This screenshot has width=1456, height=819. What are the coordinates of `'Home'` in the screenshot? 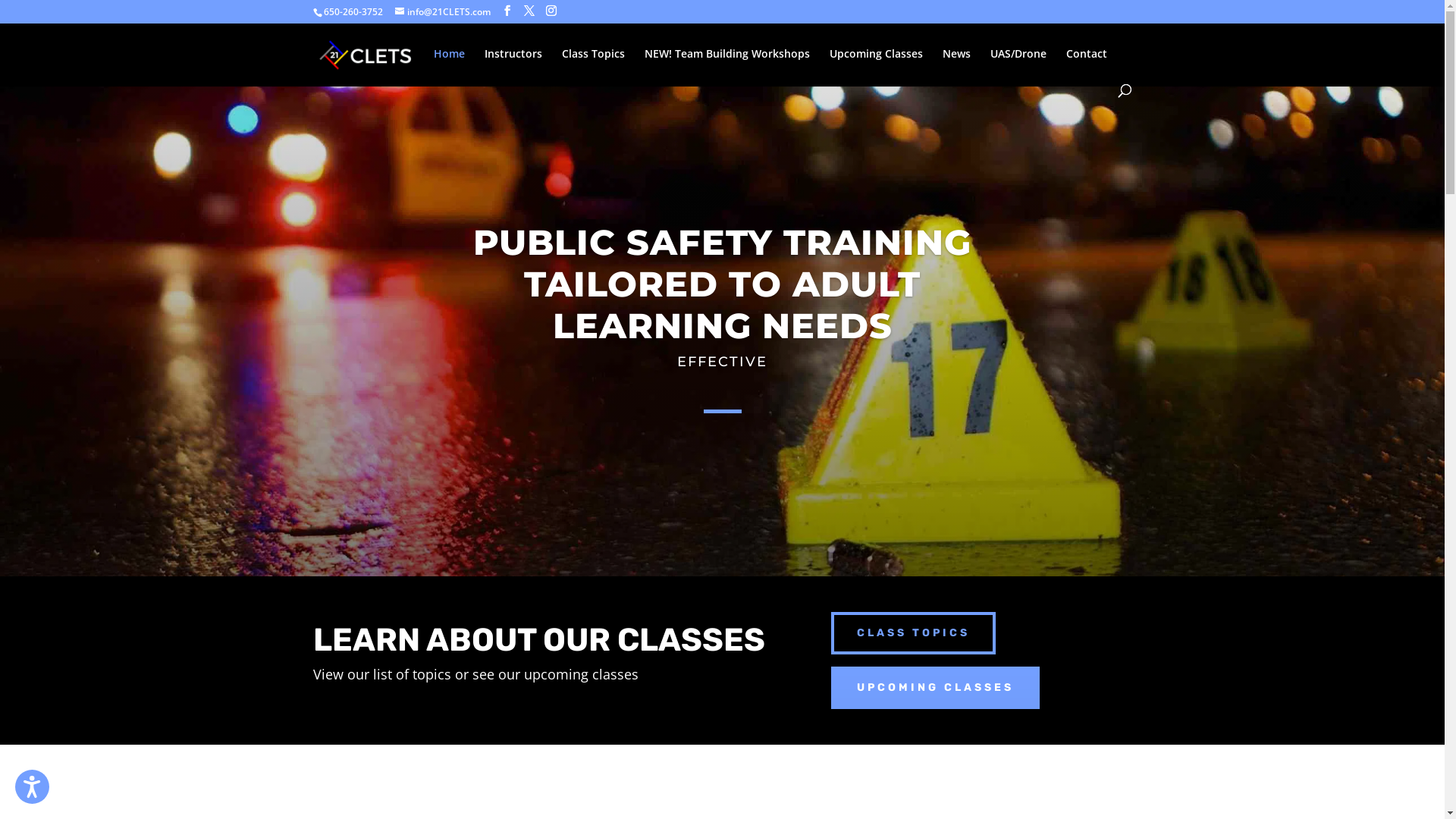 It's located at (448, 65).